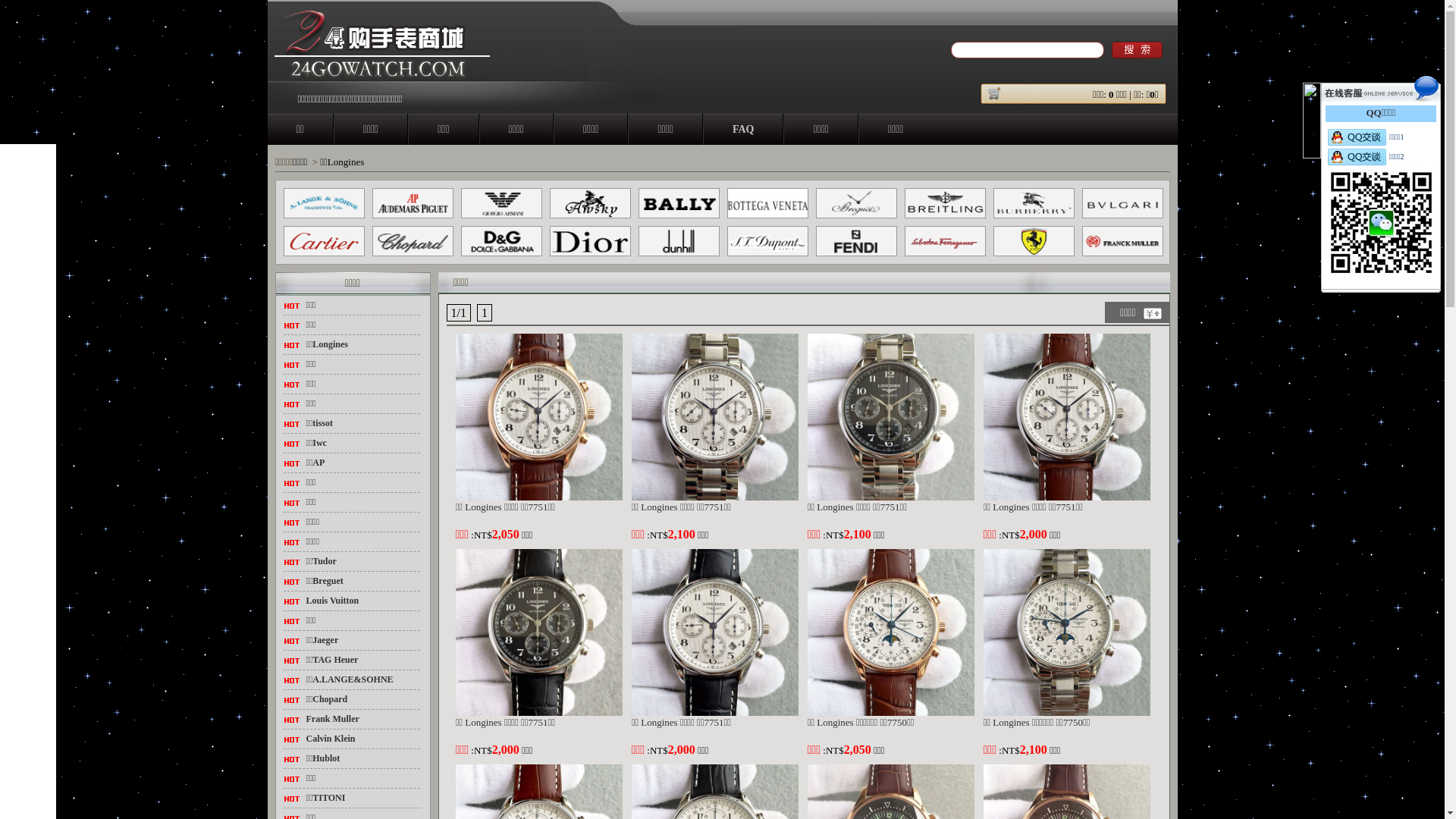 The height and width of the screenshot is (819, 1456). Describe the element at coordinates (483, 312) in the screenshot. I see `'1'` at that location.